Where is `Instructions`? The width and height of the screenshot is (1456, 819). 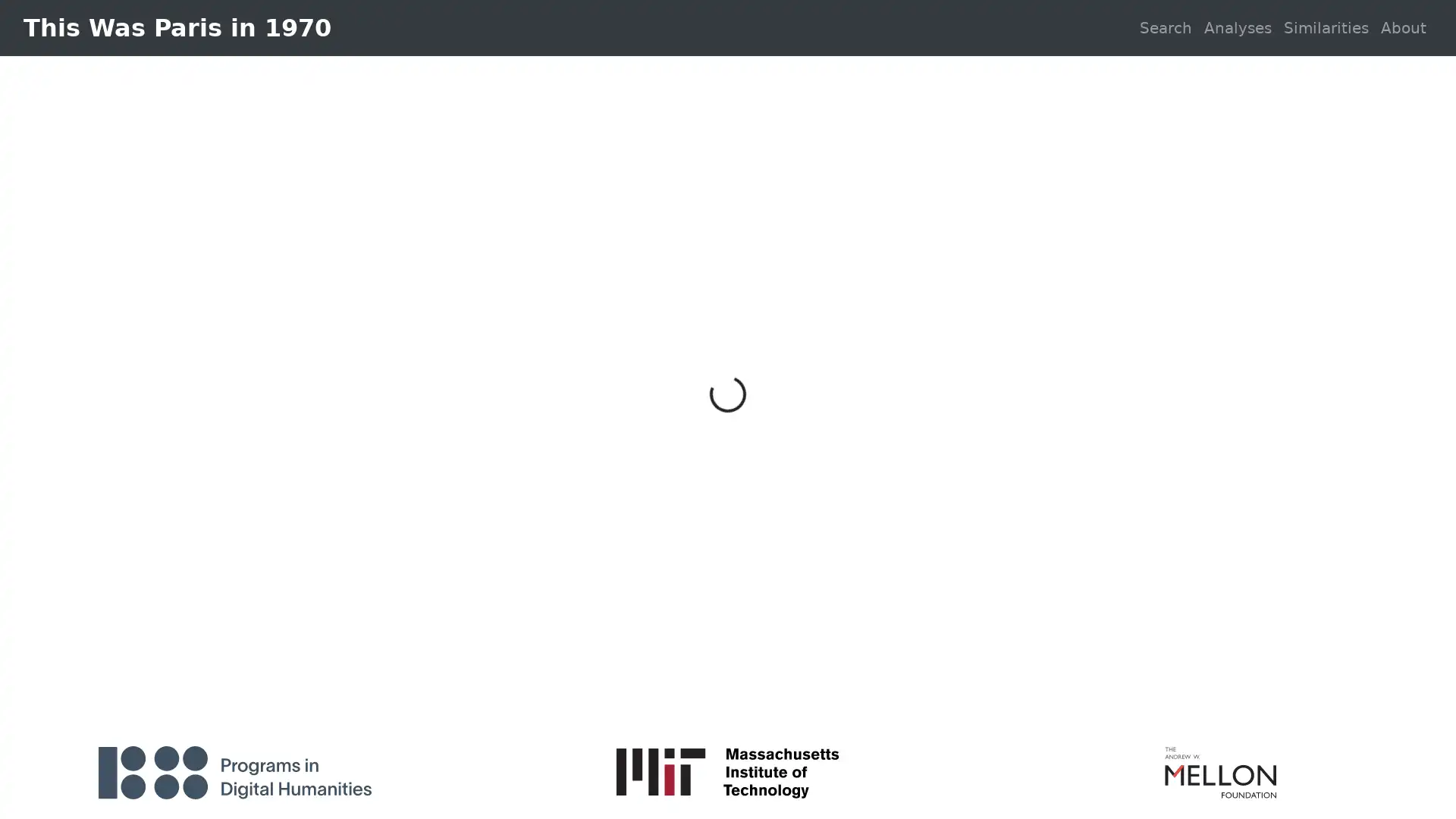
Instructions is located at coordinates (1406, 701).